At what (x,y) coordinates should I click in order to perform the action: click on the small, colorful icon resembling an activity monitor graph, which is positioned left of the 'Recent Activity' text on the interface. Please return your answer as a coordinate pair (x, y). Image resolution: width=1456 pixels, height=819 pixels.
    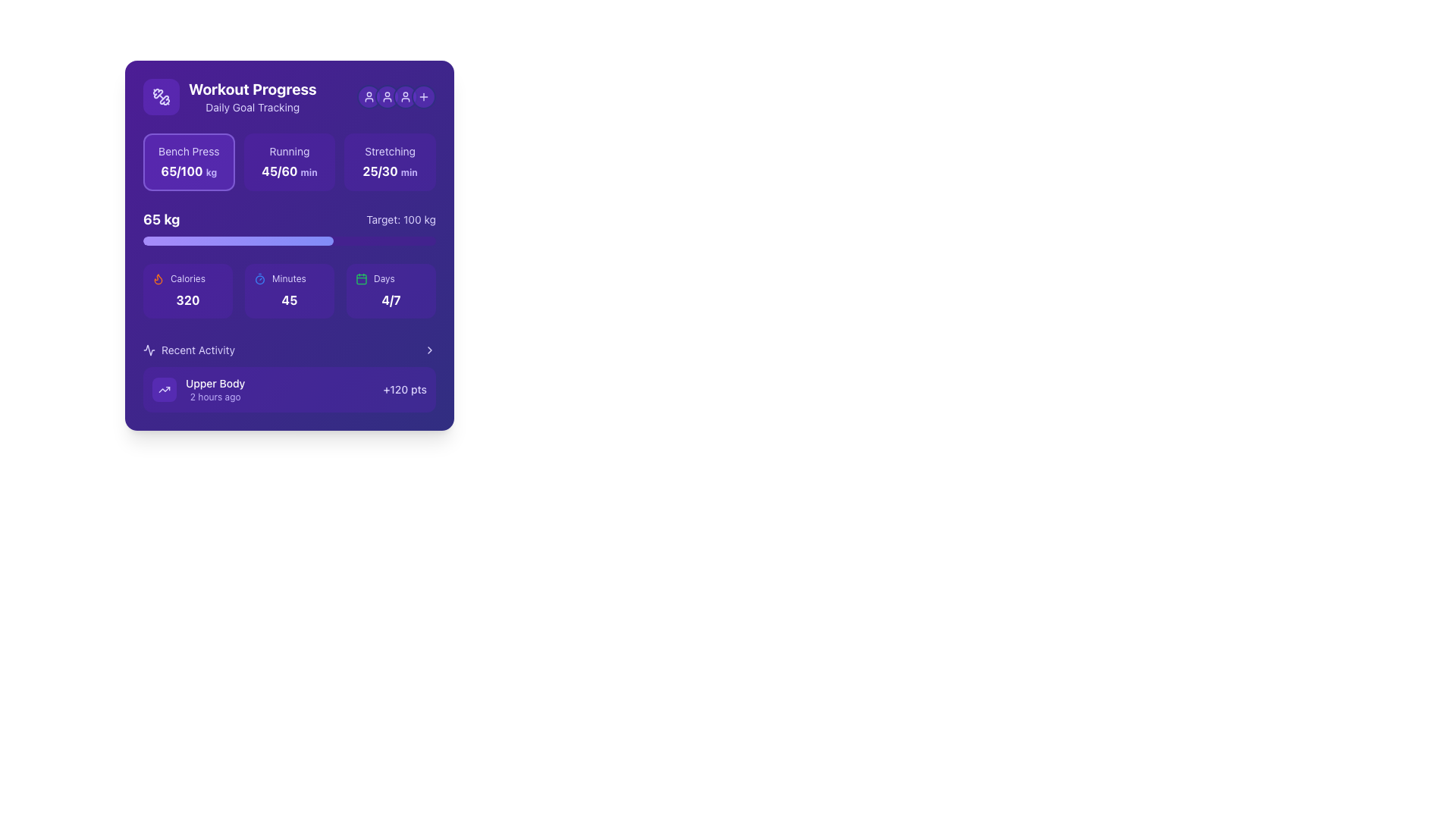
    Looking at the image, I should click on (149, 350).